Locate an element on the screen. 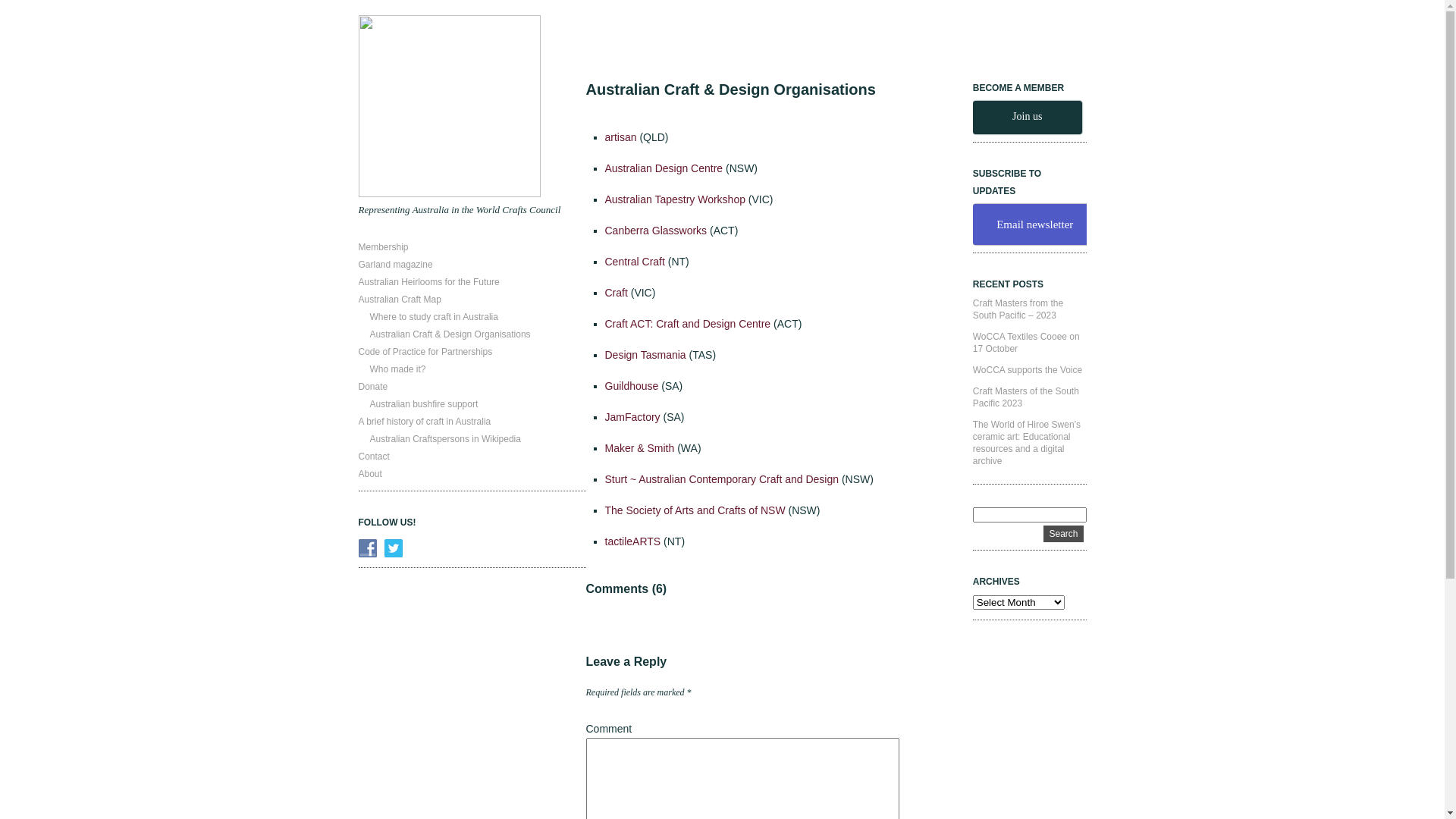  'WoCCA Textiles Cooee on 17 October' is located at coordinates (1026, 342).